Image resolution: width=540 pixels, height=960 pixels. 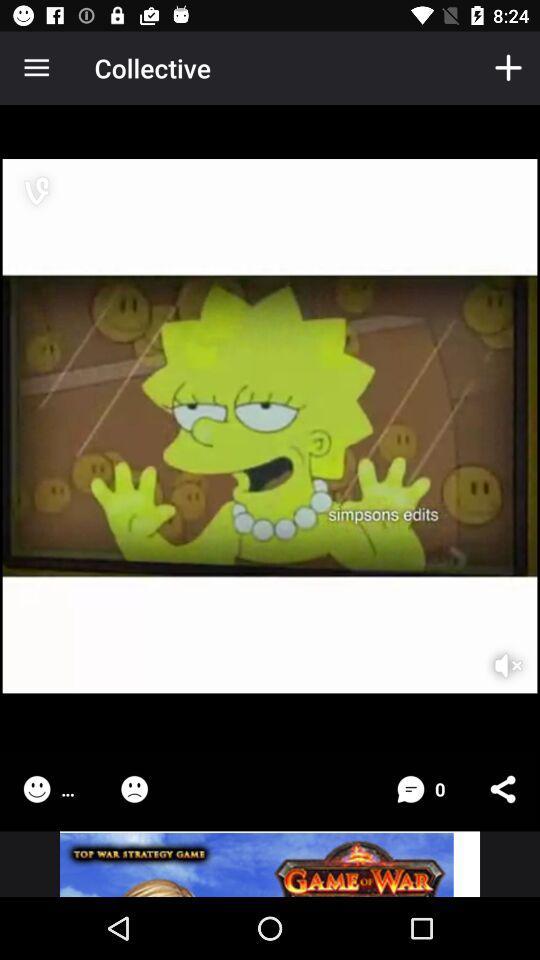 I want to click on the volume icon, so click(x=494, y=651).